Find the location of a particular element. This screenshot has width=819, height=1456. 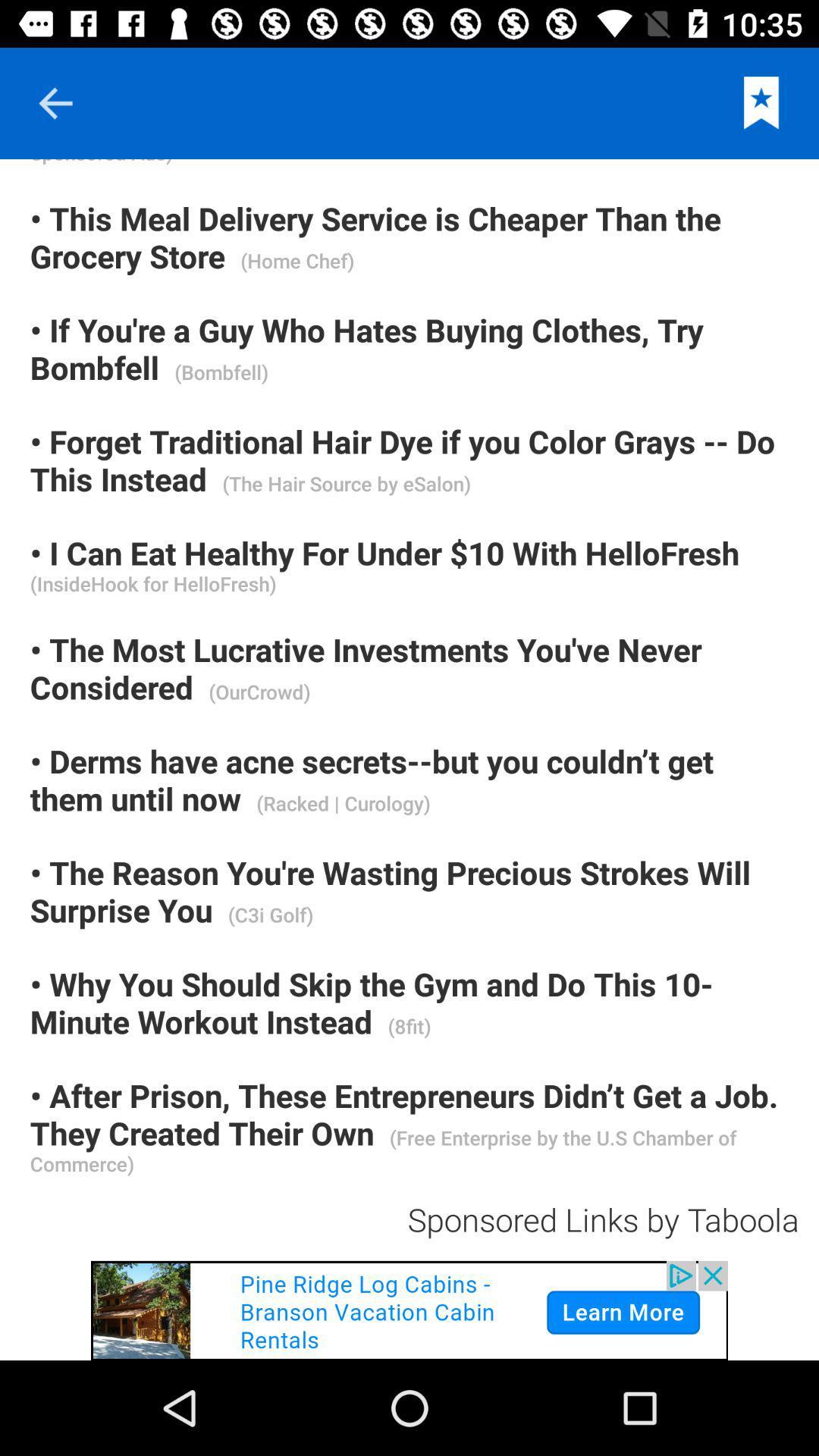

click on advertisement is located at coordinates (409, 1310).